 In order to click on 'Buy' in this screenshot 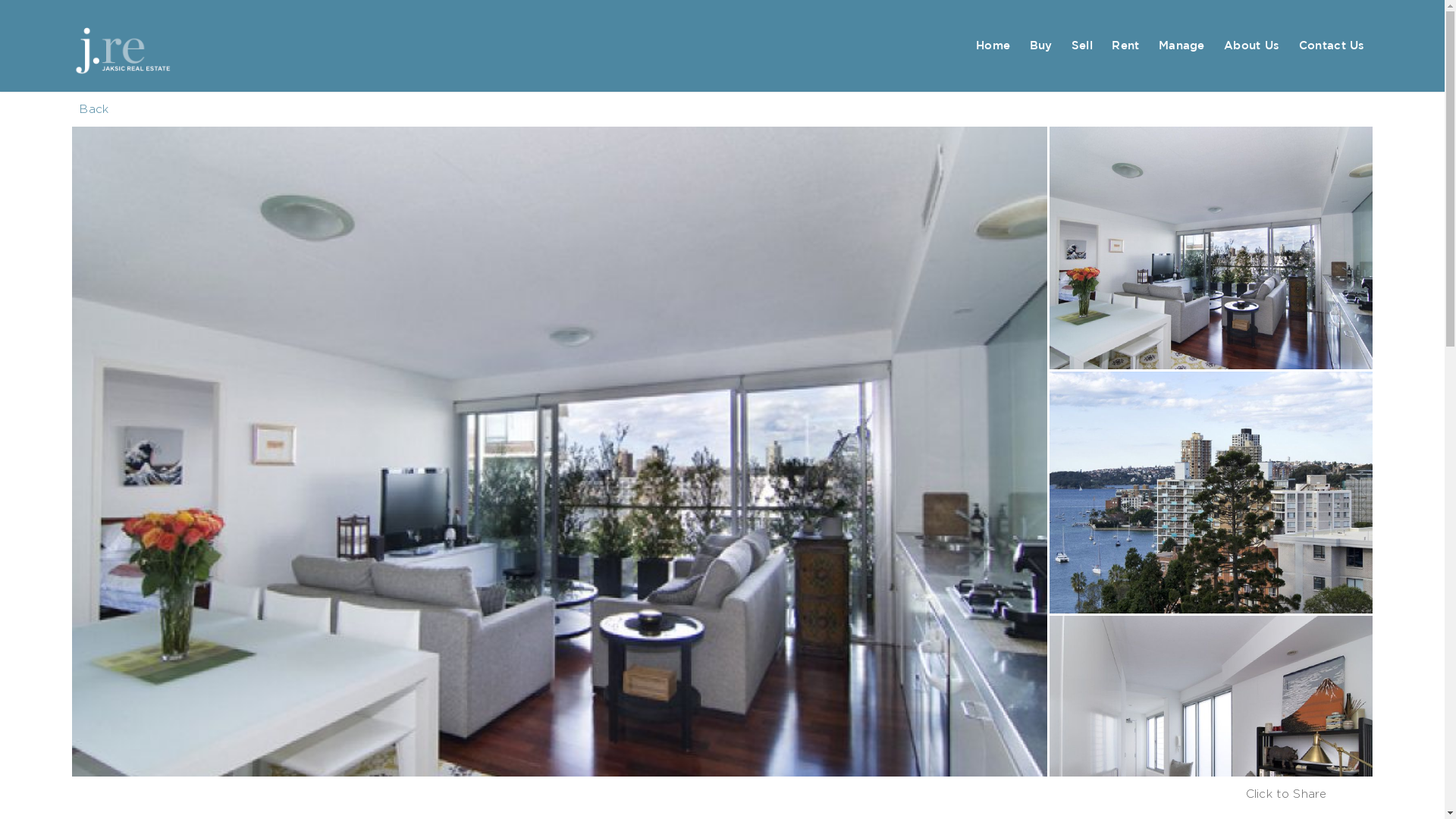, I will do `click(1040, 45)`.